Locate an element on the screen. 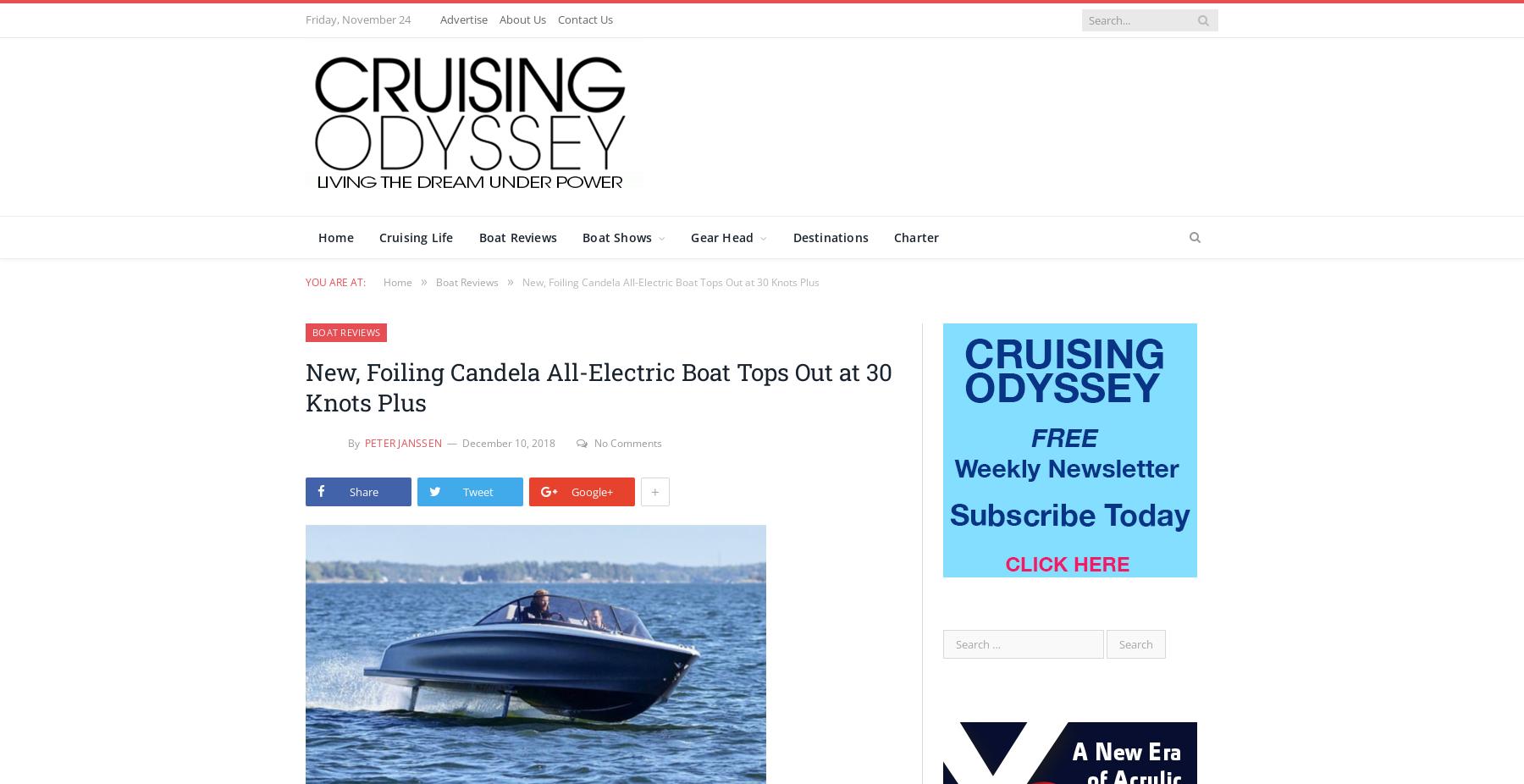 The image size is (1524, 784). 'No Comments' is located at coordinates (627, 441).